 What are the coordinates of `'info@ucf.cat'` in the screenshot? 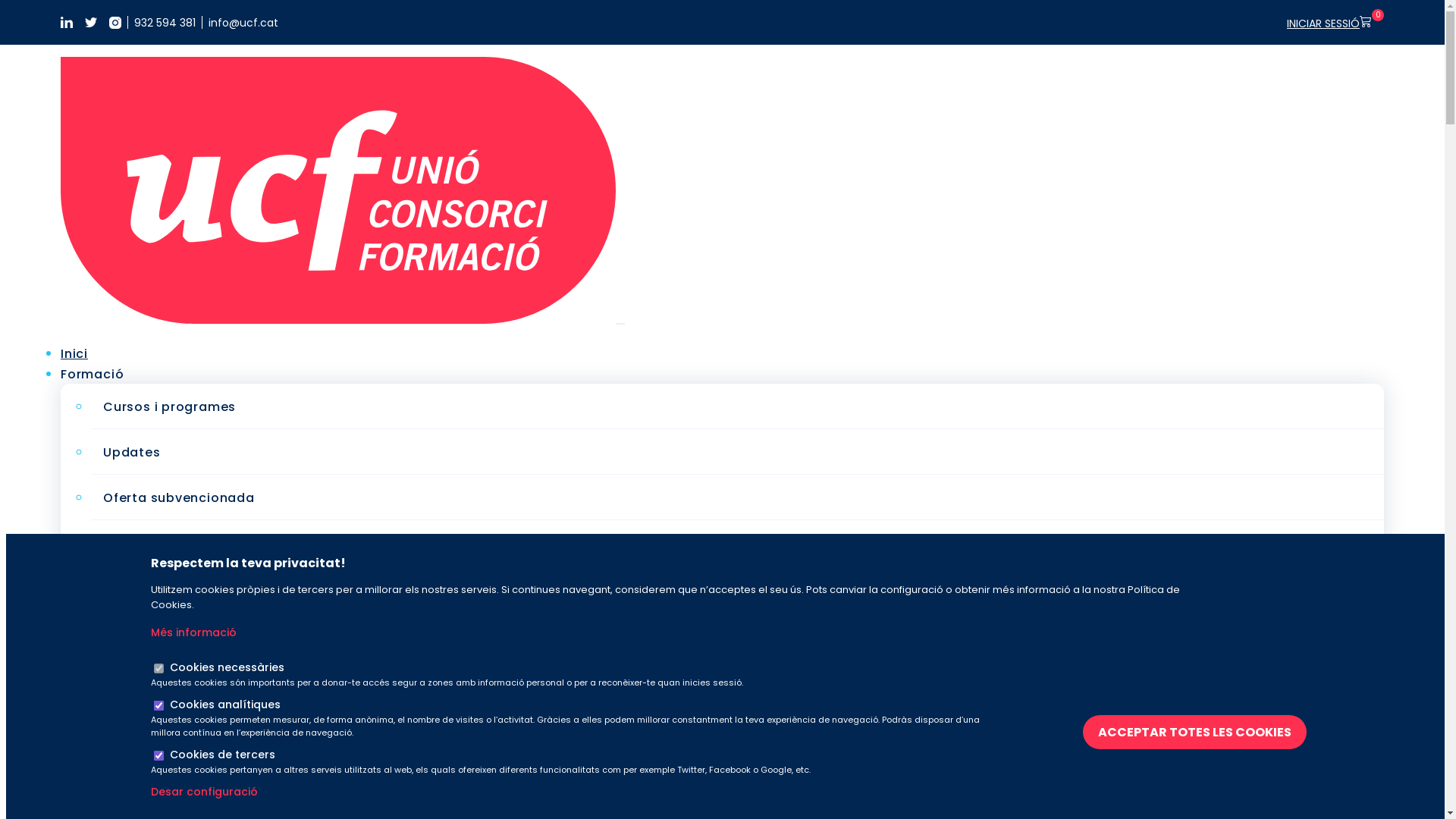 It's located at (243, 23).